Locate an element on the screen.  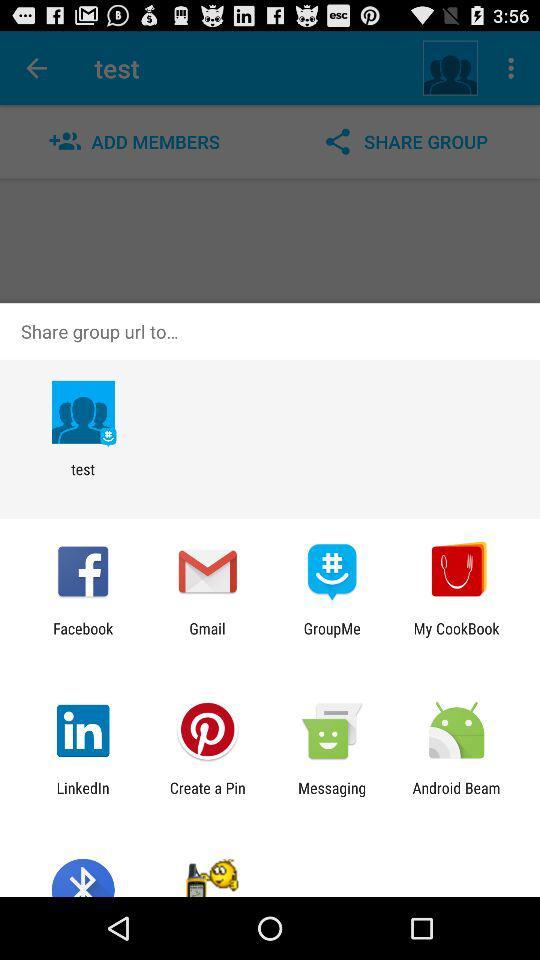
the item to the right of create a pin app is located at coordinates (332, 796).